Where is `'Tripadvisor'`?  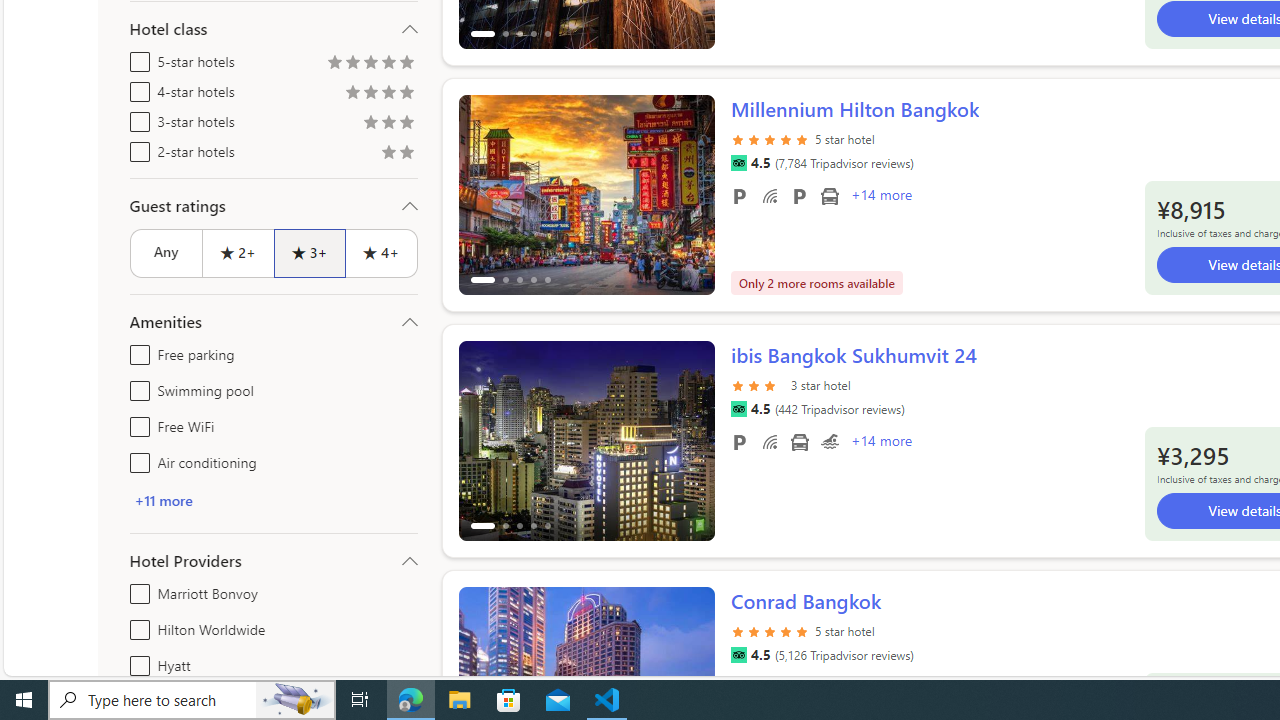
'Tripadvisor' is located at coordinates (737, 655).